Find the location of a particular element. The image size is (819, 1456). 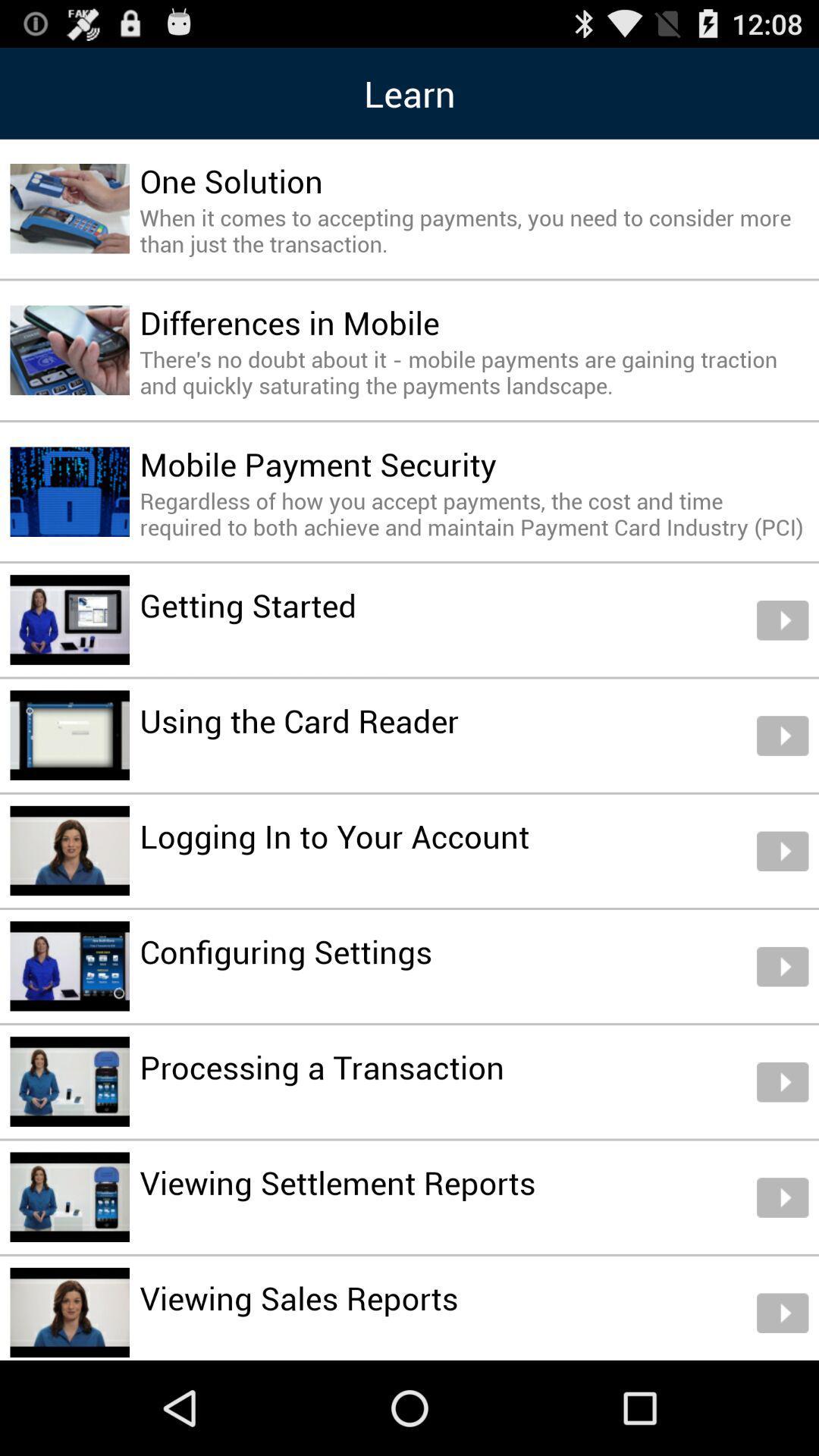

item above viewing settlement reports is located at coordinates (321, 1065).